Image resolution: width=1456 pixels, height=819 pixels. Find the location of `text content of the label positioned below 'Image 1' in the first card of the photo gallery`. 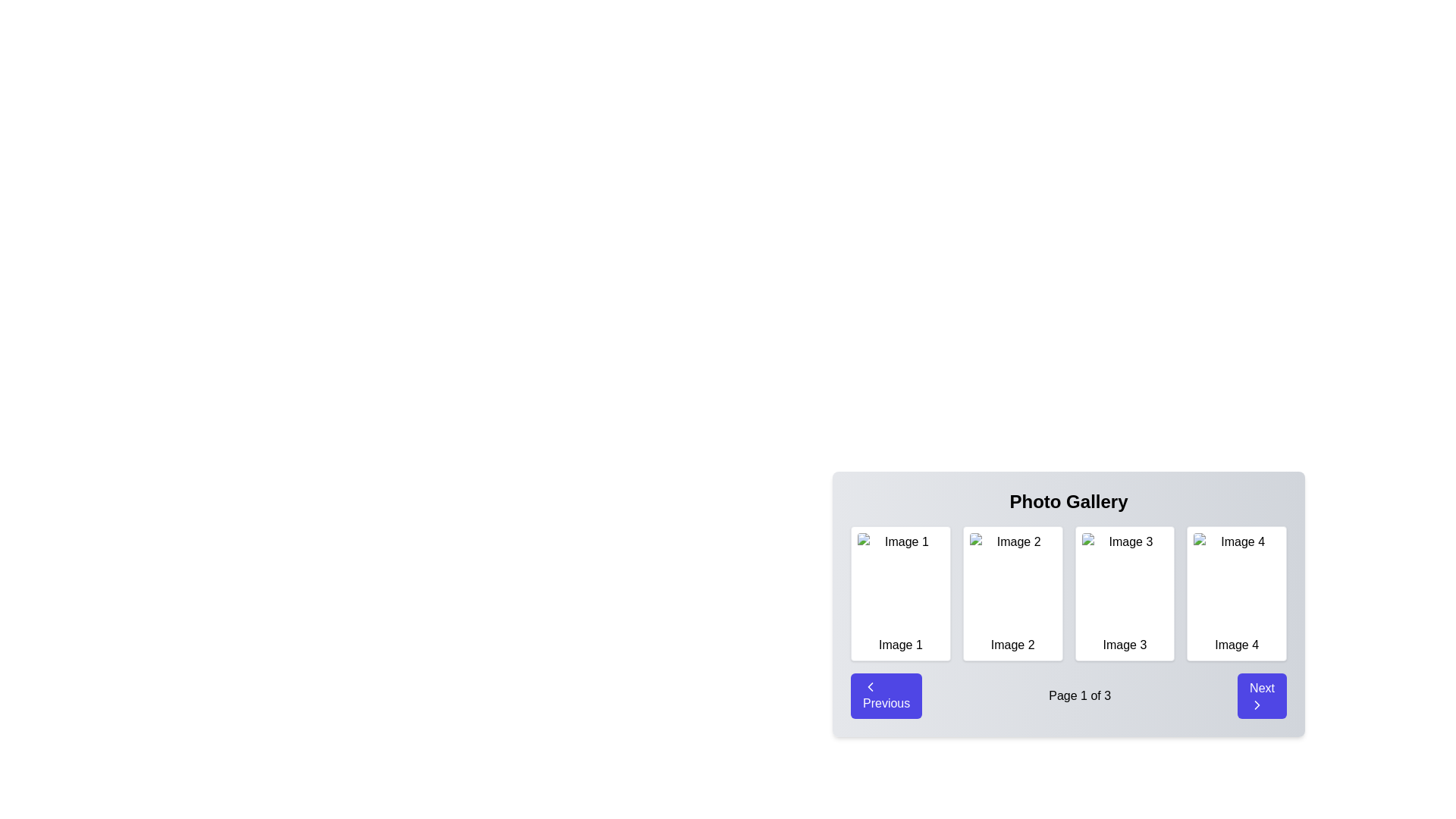

text content of the label positioned below 'Image 1' in the first card of the photo gallery is located at coordinates (900, 645).